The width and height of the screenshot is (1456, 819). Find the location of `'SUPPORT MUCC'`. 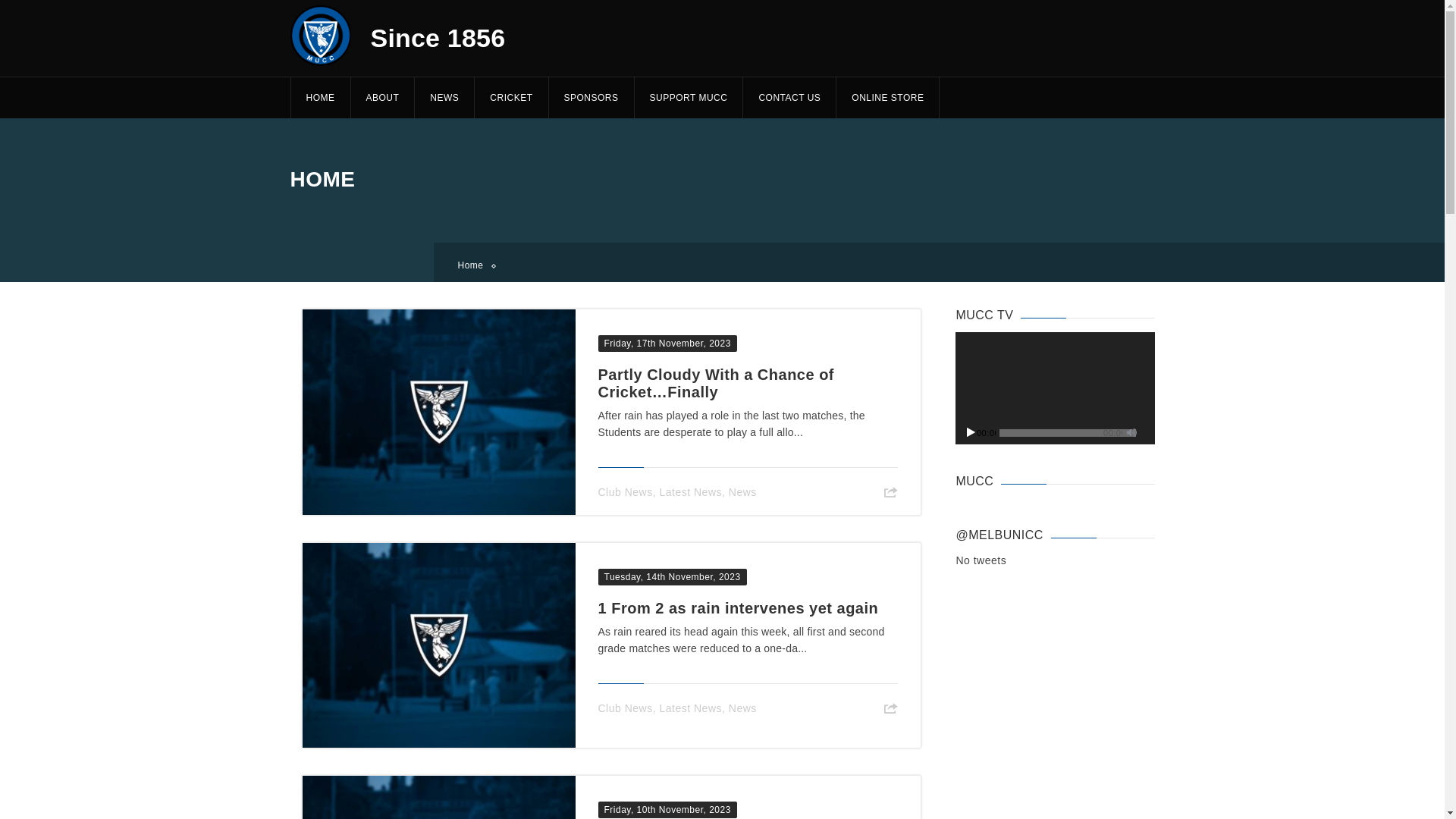

'SUPPORT MUCC' is located at coordinates (687, 97).